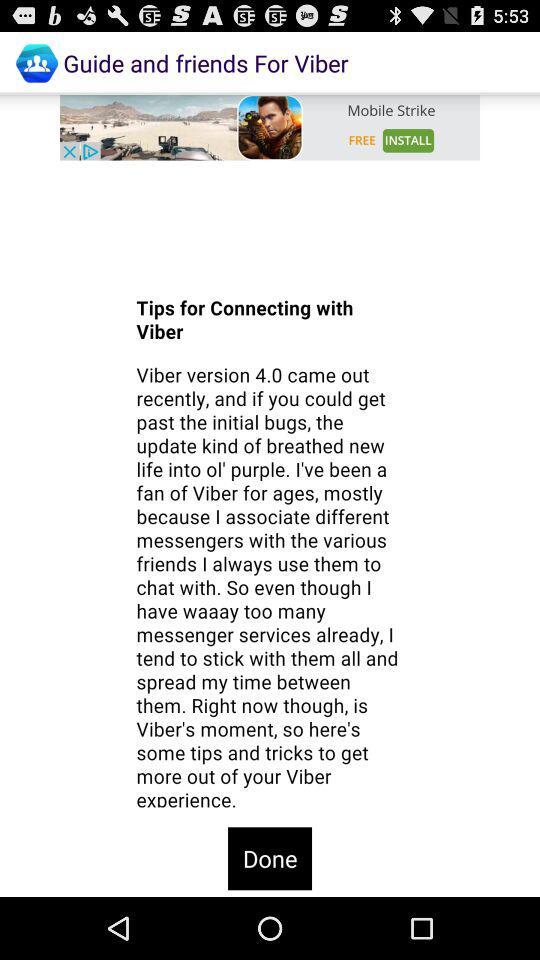  What do you see at coordinates (270, 126) in the screenshot?
I see `the advertisement` at bounding box center [270, 126].